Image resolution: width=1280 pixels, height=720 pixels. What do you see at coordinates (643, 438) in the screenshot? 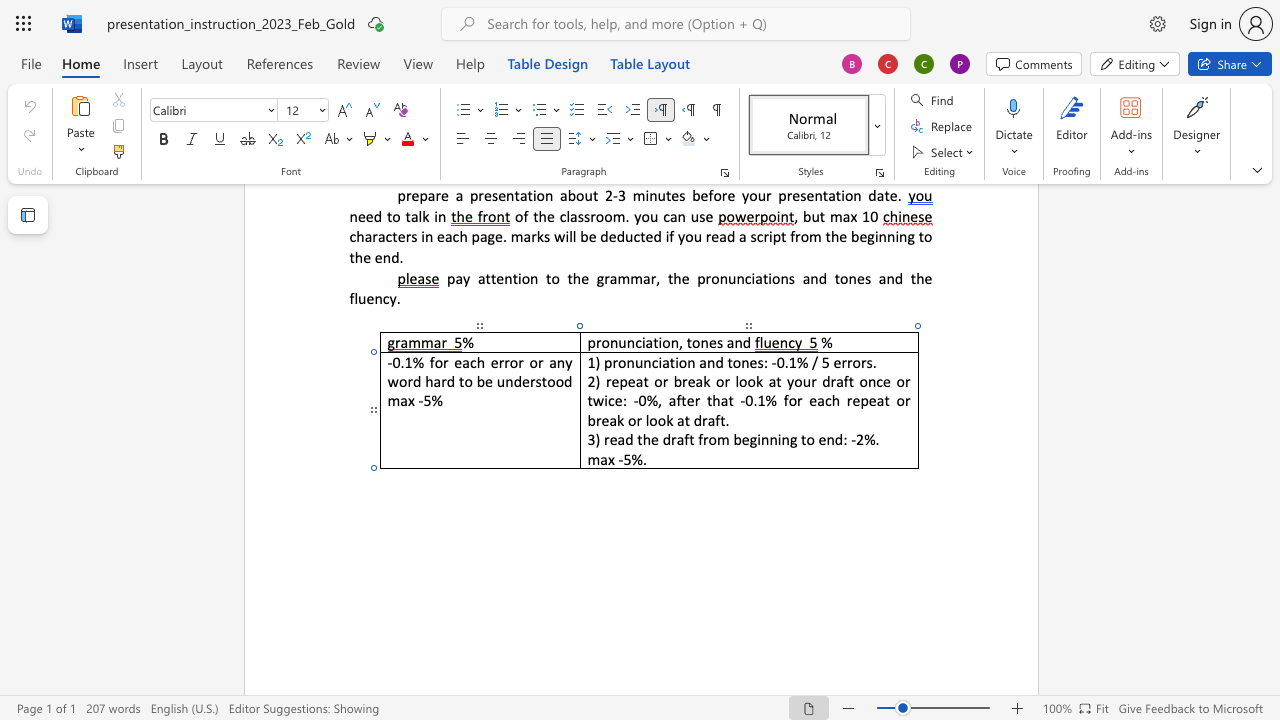
I see `the space between the continuous character "t" and "h" in the text` at bounding box center [643, 438].